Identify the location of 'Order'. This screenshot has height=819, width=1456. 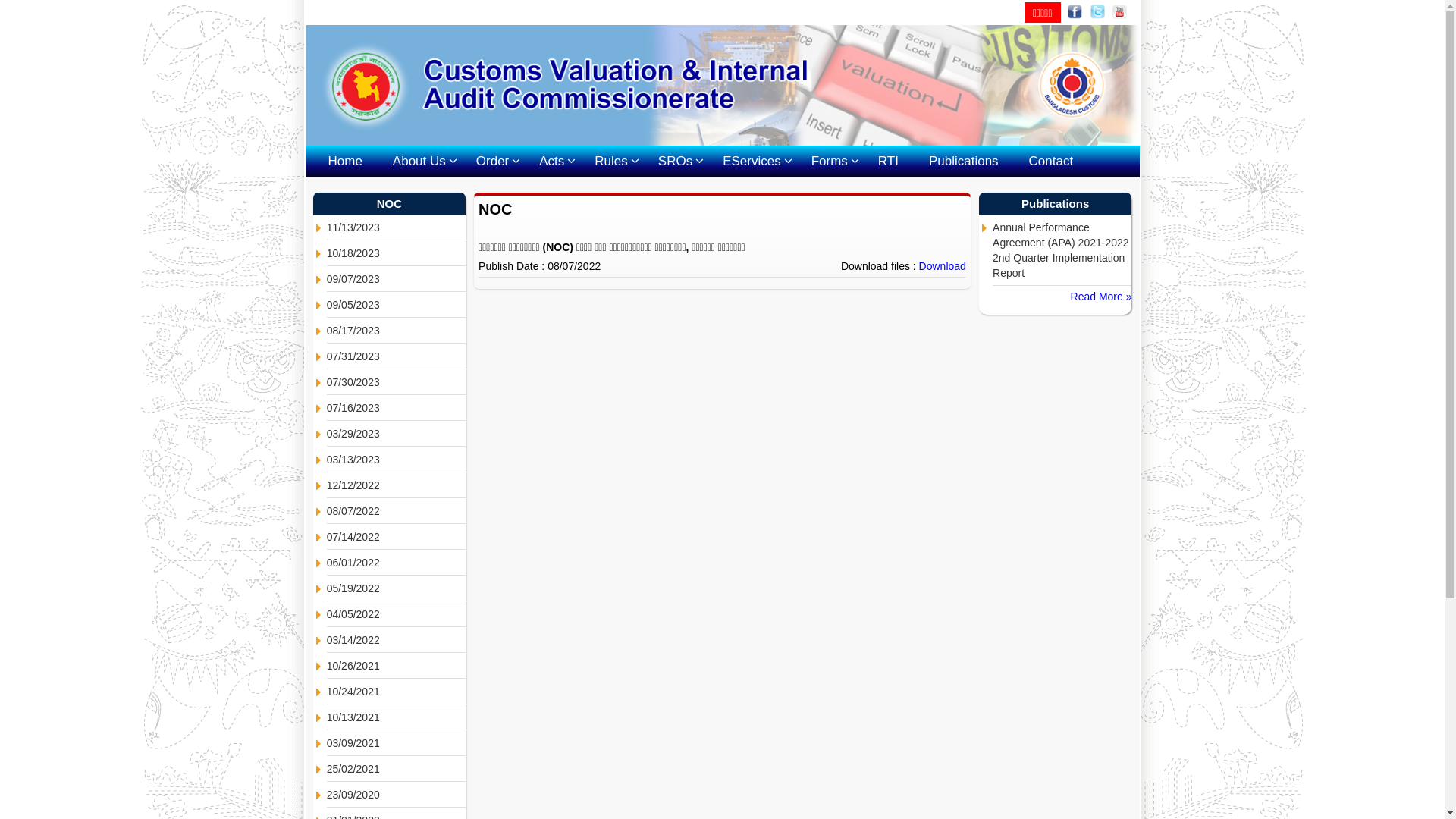
(492, 161).